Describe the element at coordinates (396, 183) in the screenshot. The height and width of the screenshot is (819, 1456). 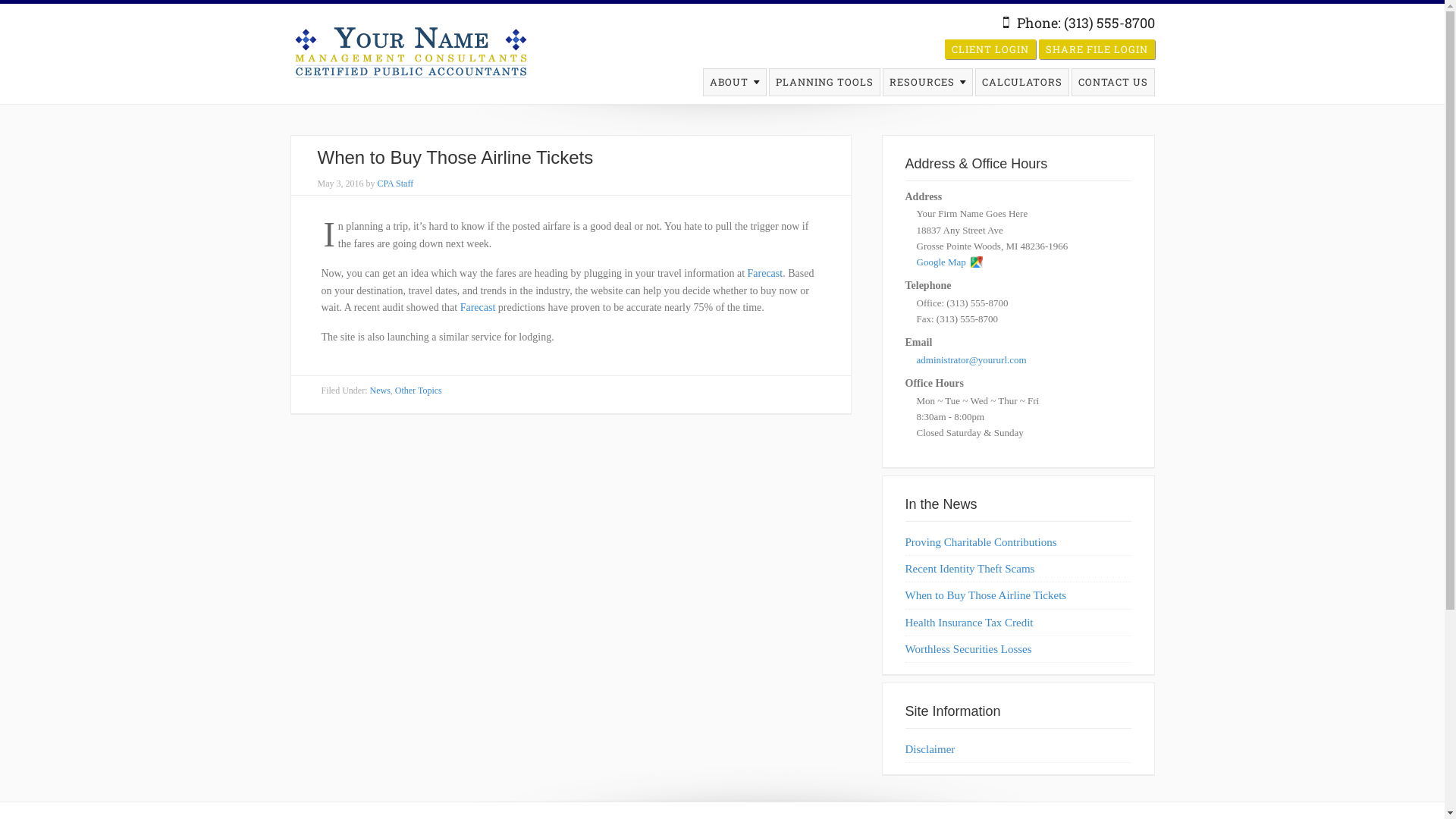
I see `'CPA Staff'` at that location.